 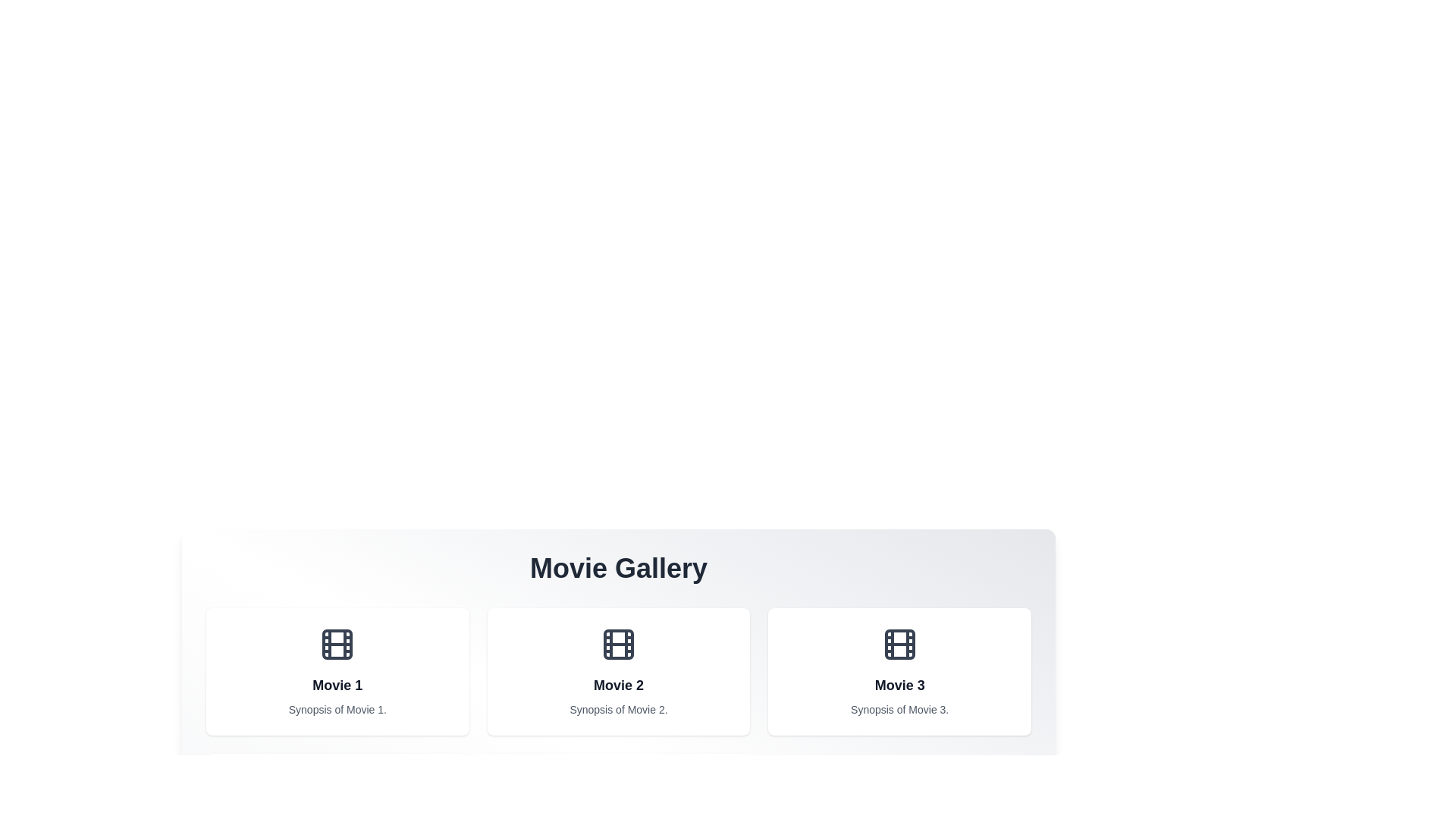 I want to click on the Decorative image icon resembling a film reel, located in the 'Movie 3' card, positioned at the top center above the title text, so click(x=899, y=644).